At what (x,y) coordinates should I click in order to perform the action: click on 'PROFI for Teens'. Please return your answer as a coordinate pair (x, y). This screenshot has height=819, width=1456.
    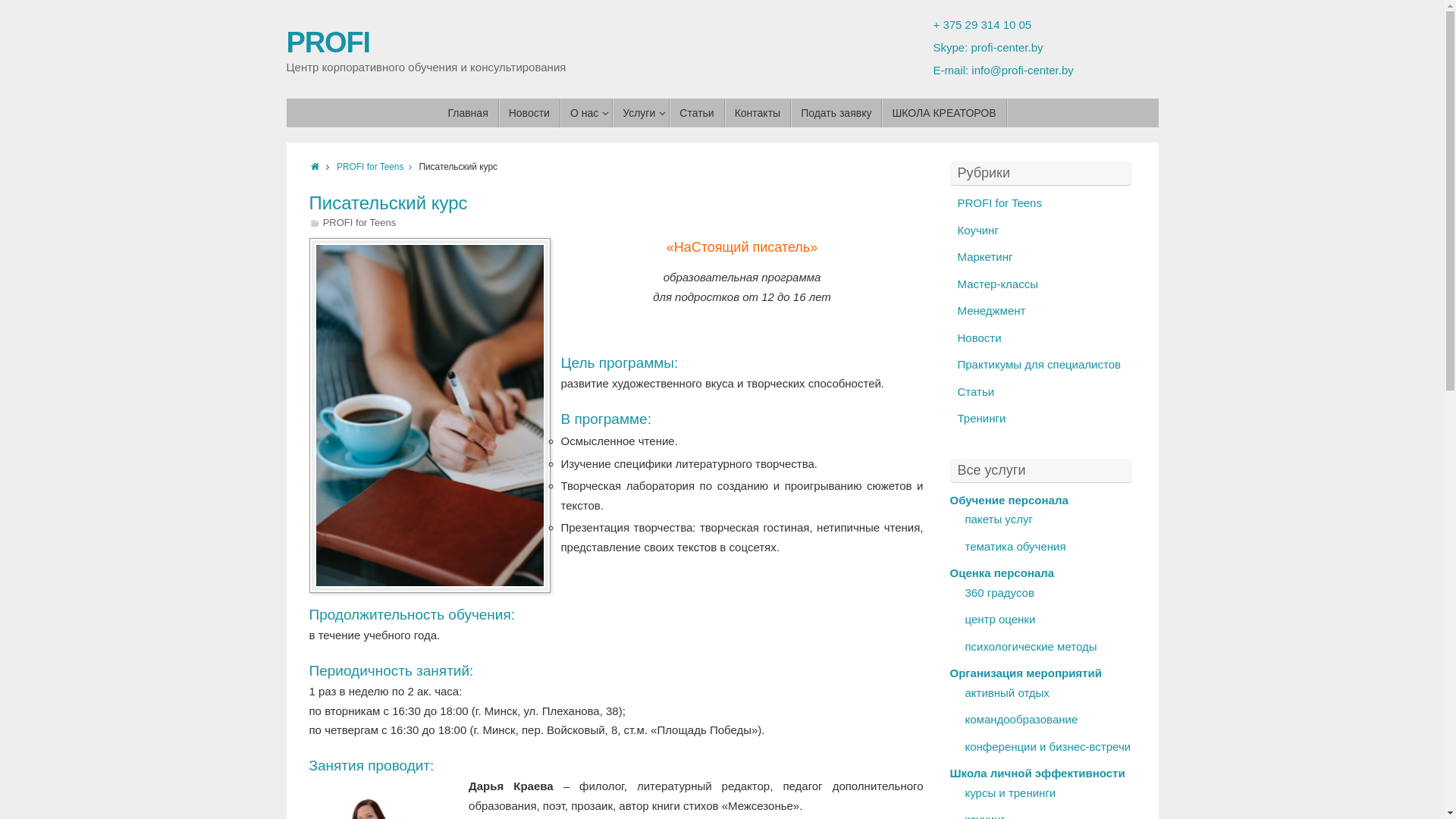
    Looking at the image, I should click on (359, 222).